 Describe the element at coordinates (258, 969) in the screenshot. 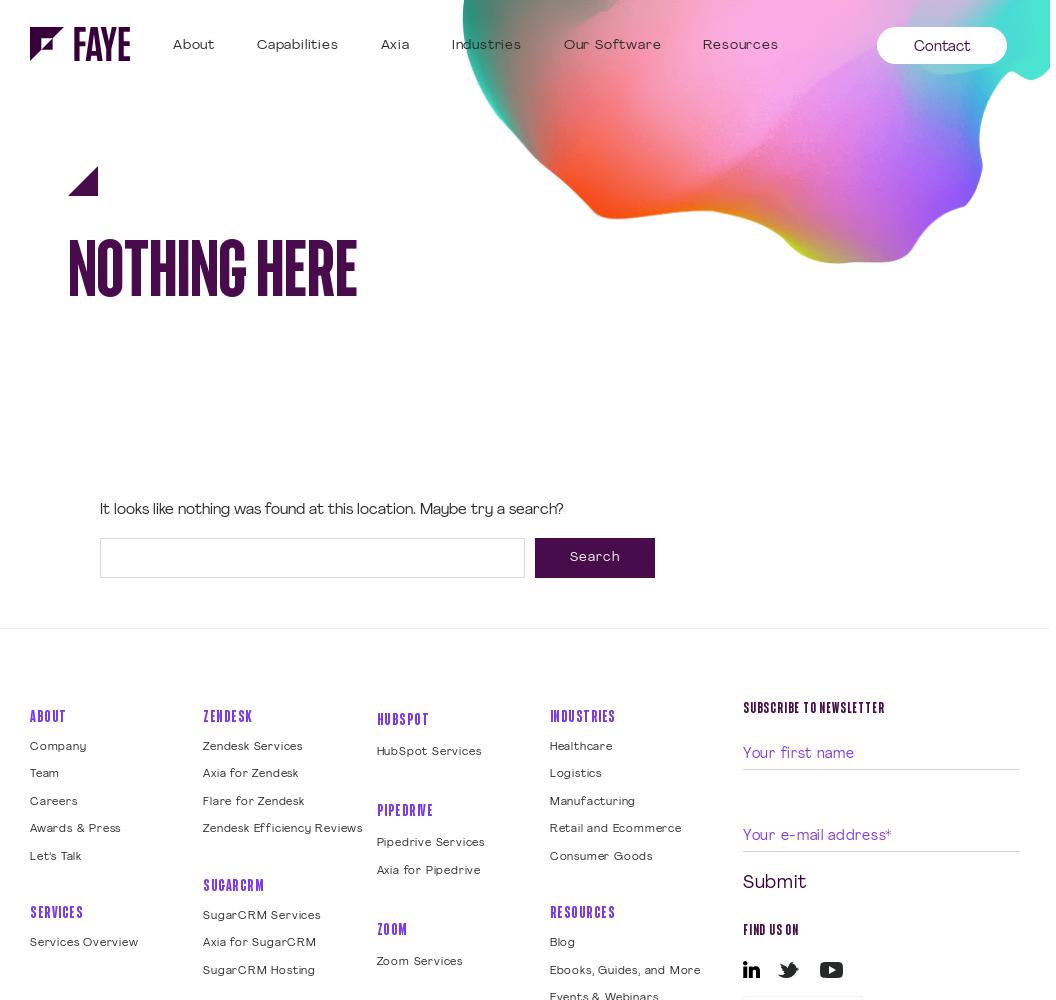

I see `'SugarCRM Hosting'` at that location.